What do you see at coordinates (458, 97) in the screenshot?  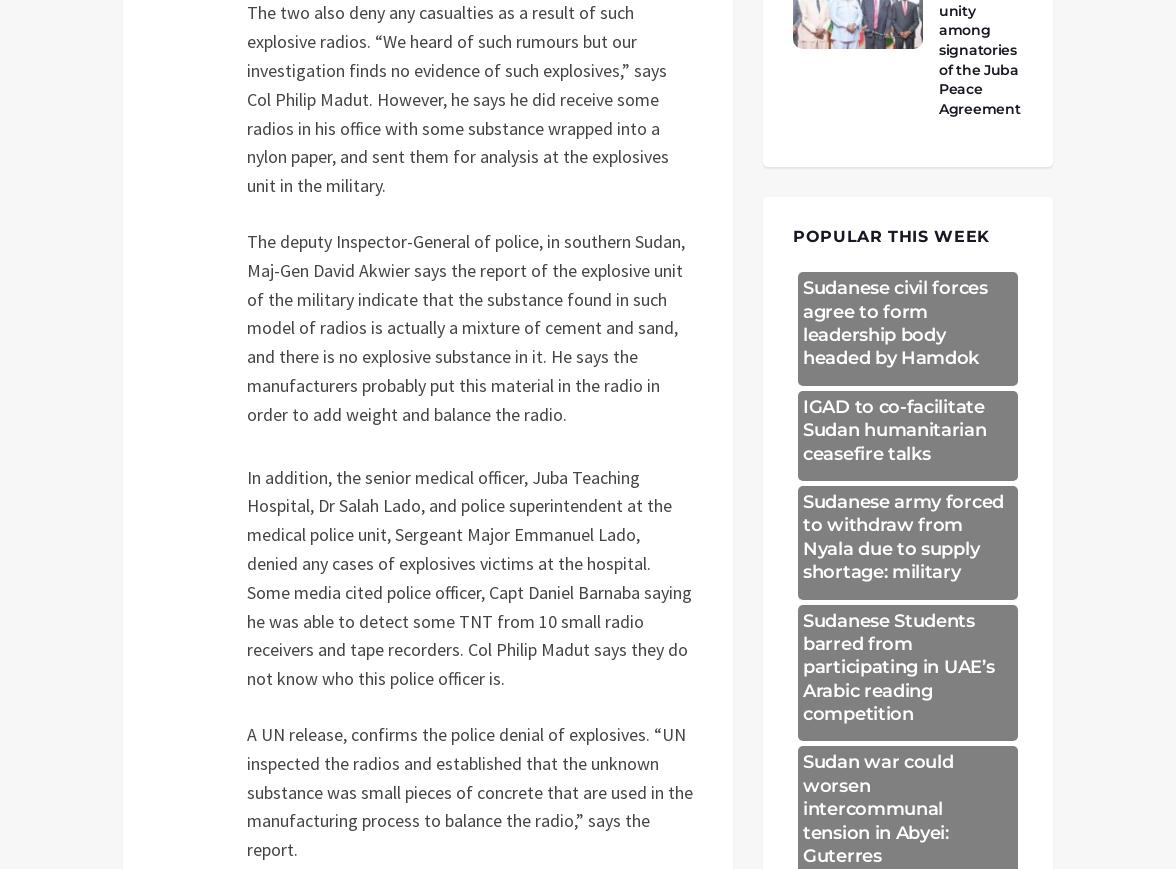 I see `'The two also deny any casualties as a result of such explosive radios. “We heard of such rumours but our investigation finds no evidence of such explosives,” says Col Philip Madut. However, he says he did receive some radios in his office with some substance wrapped into a nylon paper, and sent them for analysis at the explosives unit in the military.'` at bounding box center [458, 97].